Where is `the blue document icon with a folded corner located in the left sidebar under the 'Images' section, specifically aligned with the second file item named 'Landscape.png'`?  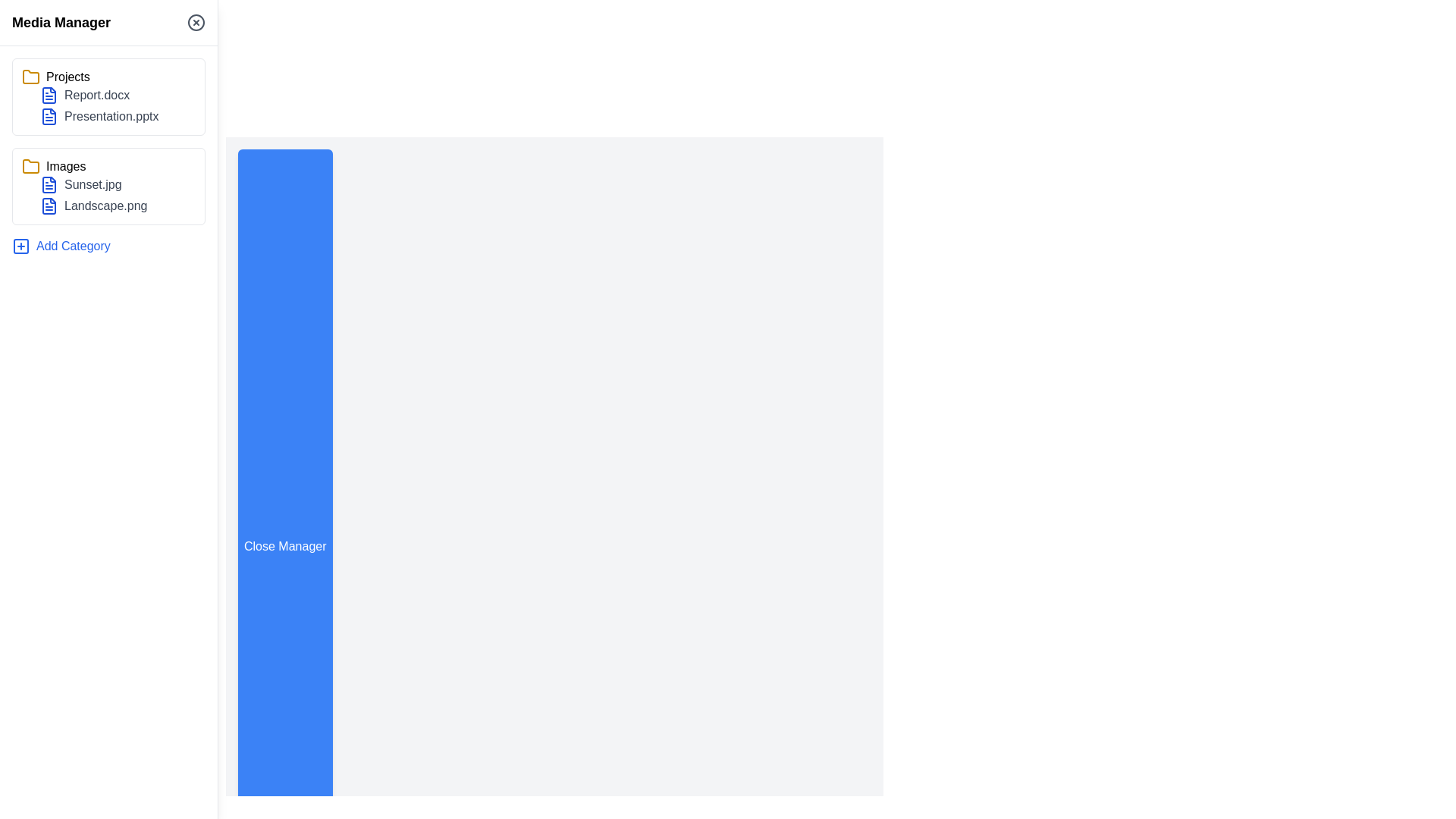
the blue document icon with a folded corner located in the left sidebar under the 'Images' section, specifically aligned with the second file item named 'Landscape.png' is located at coordinates (49, 206).